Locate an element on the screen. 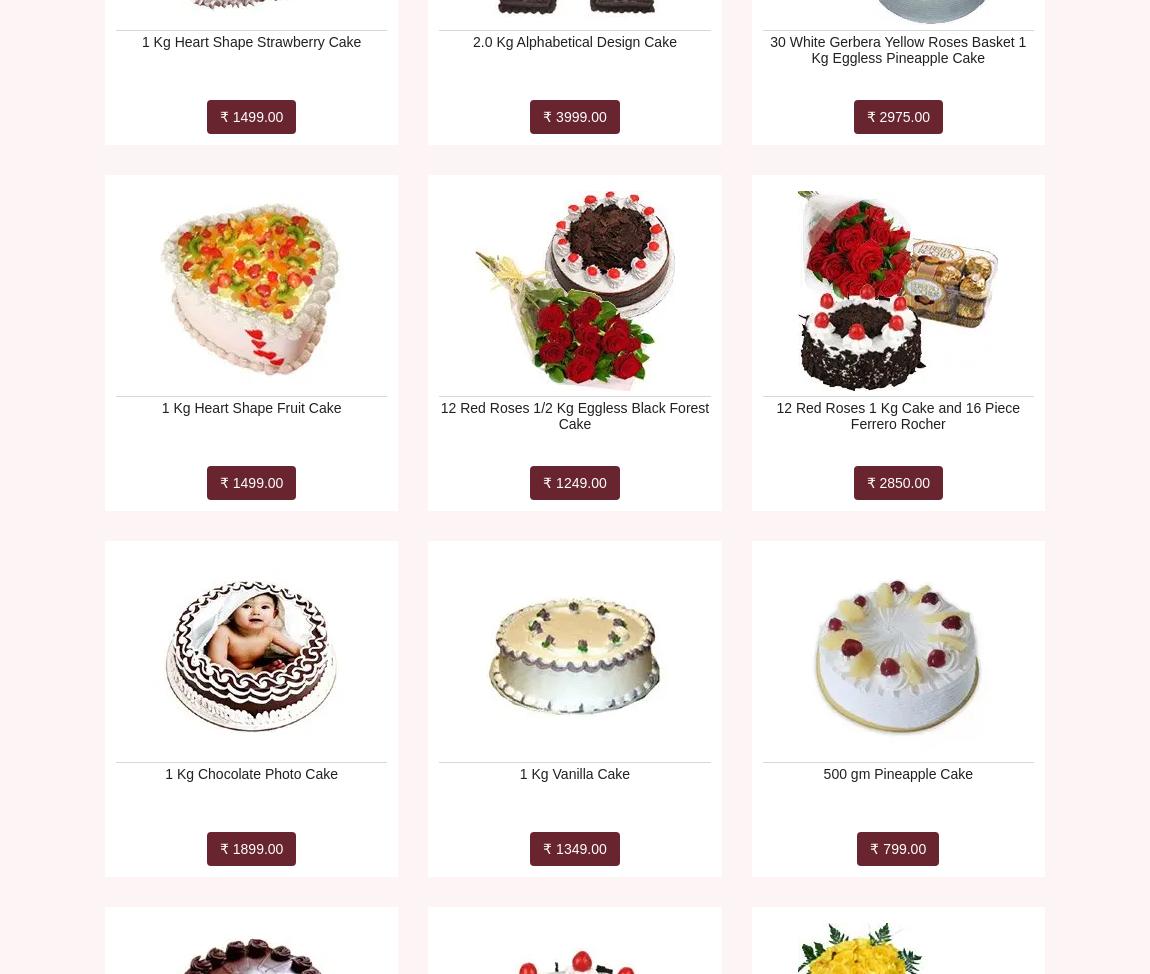  '12 Red Roses 1/2 Kg Eggless Black Forest Cake' is located at coordinates (439, 414).